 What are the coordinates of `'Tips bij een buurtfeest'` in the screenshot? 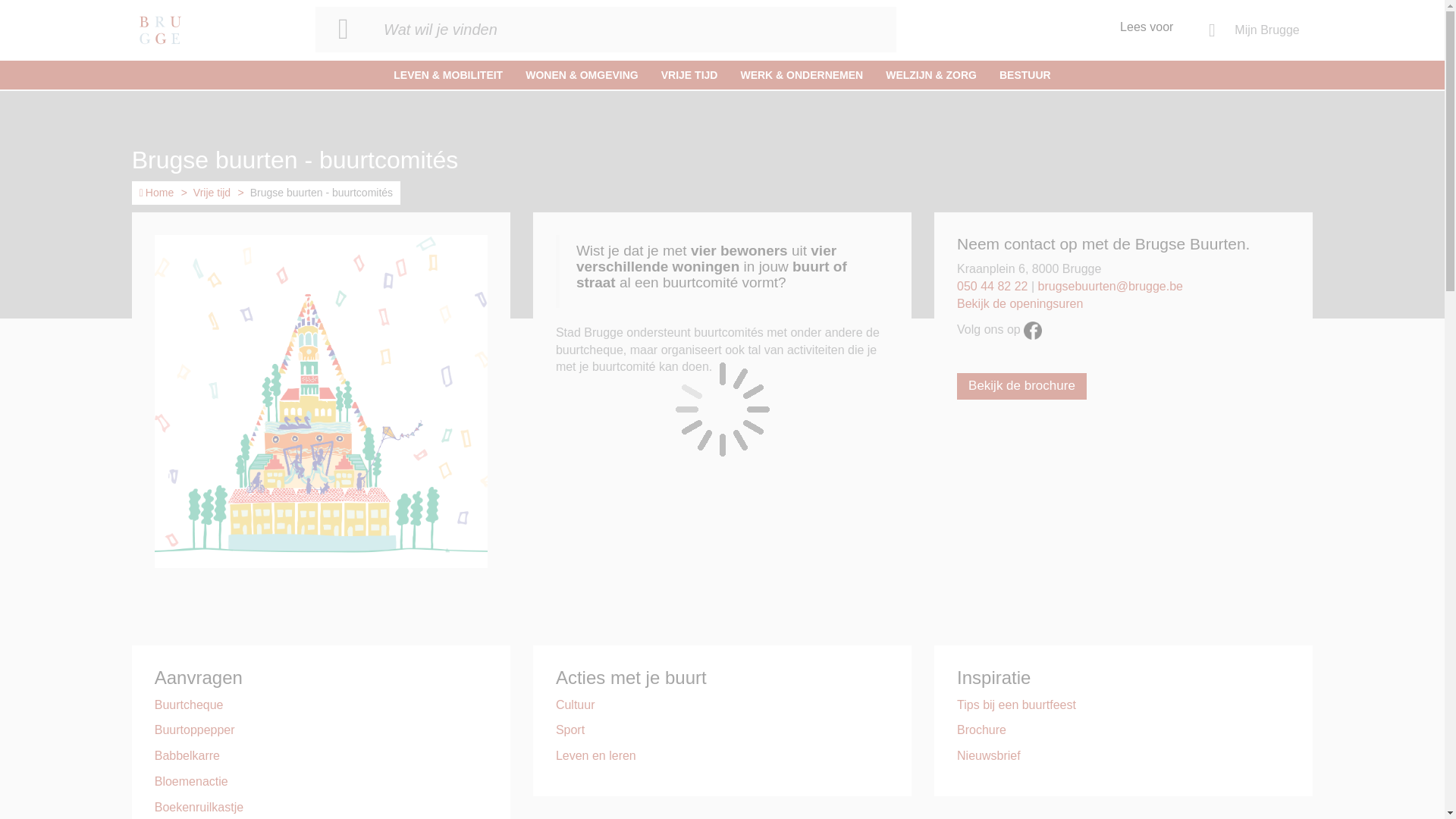 It's located at (1016, 704).